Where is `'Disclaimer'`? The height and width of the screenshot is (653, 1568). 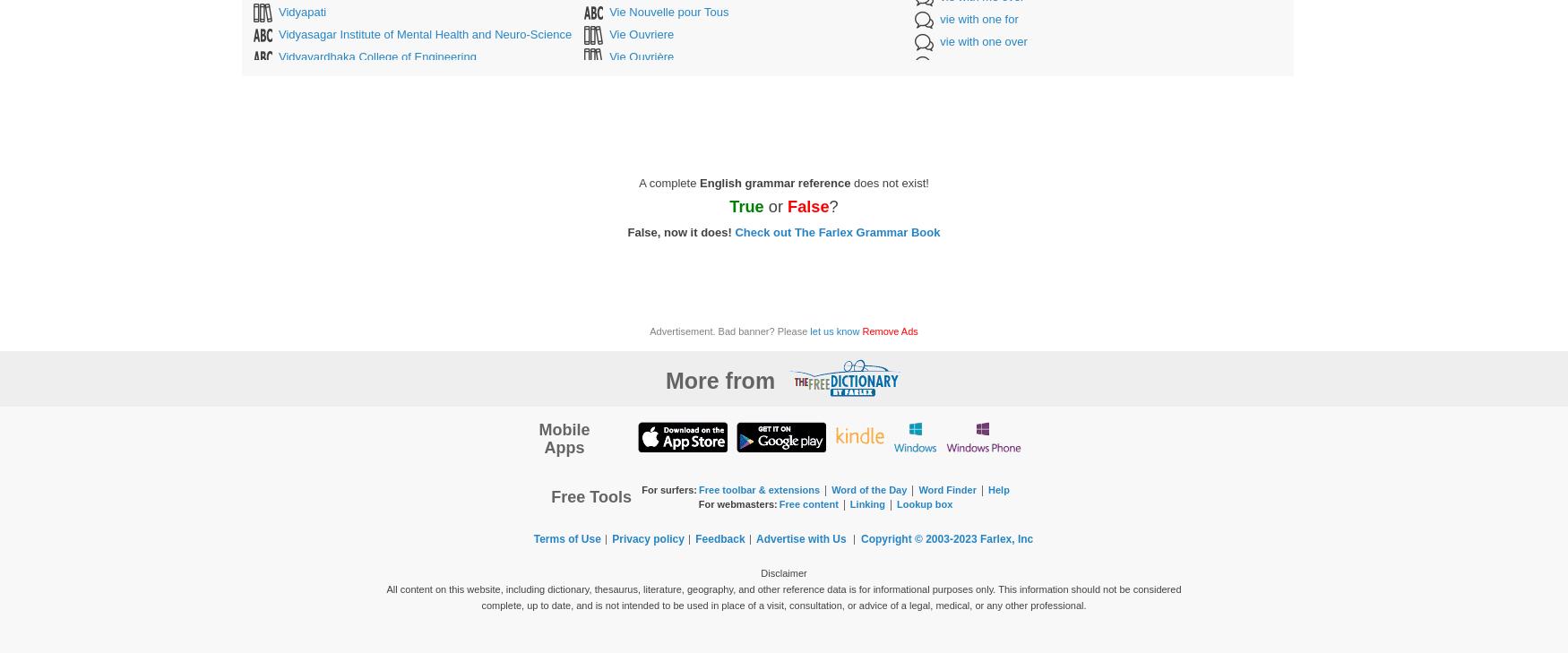 'Disclaimer' is located at coordinates (760, 572).